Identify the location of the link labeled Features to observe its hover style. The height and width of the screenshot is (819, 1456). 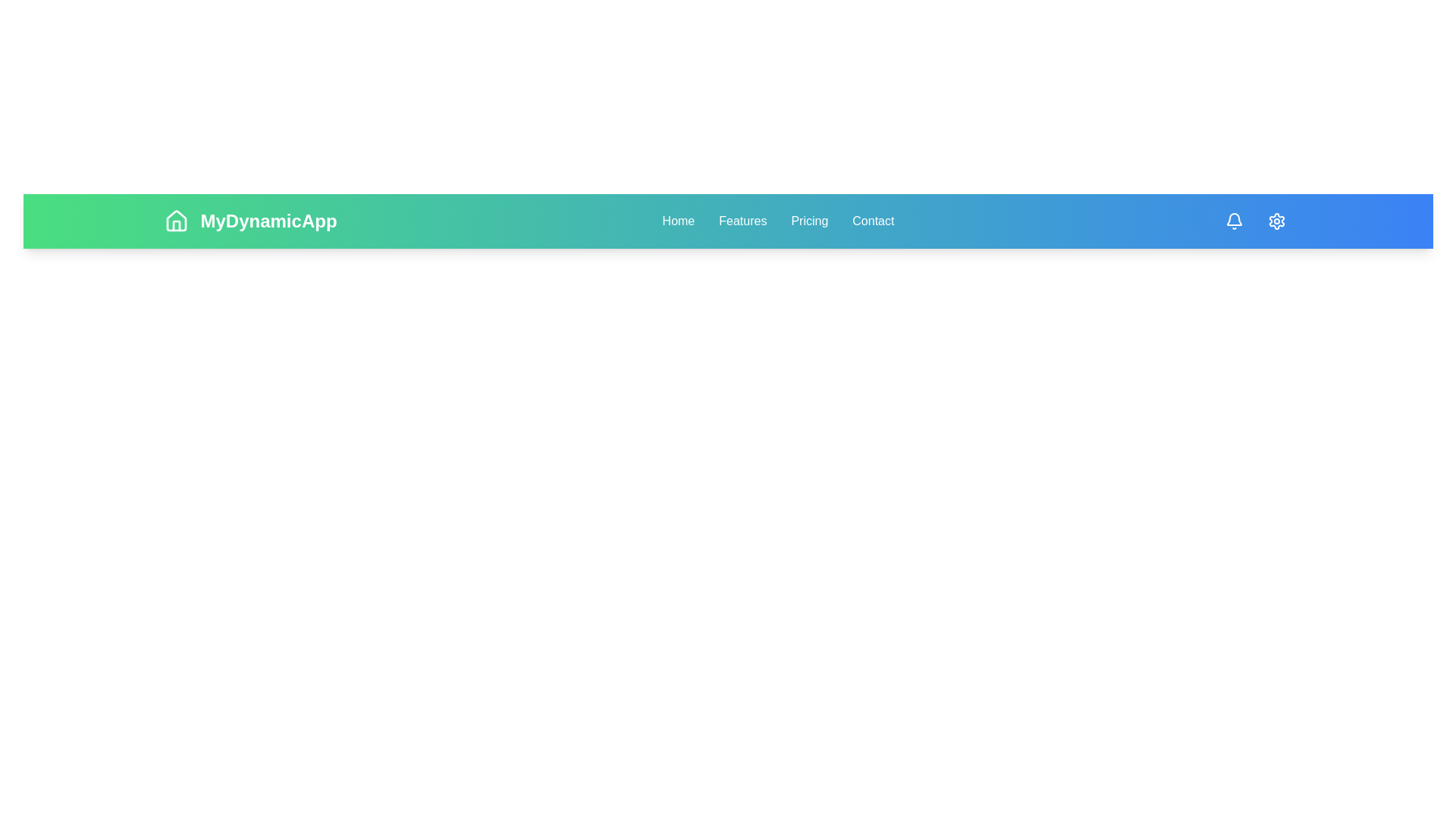
(742, 221).